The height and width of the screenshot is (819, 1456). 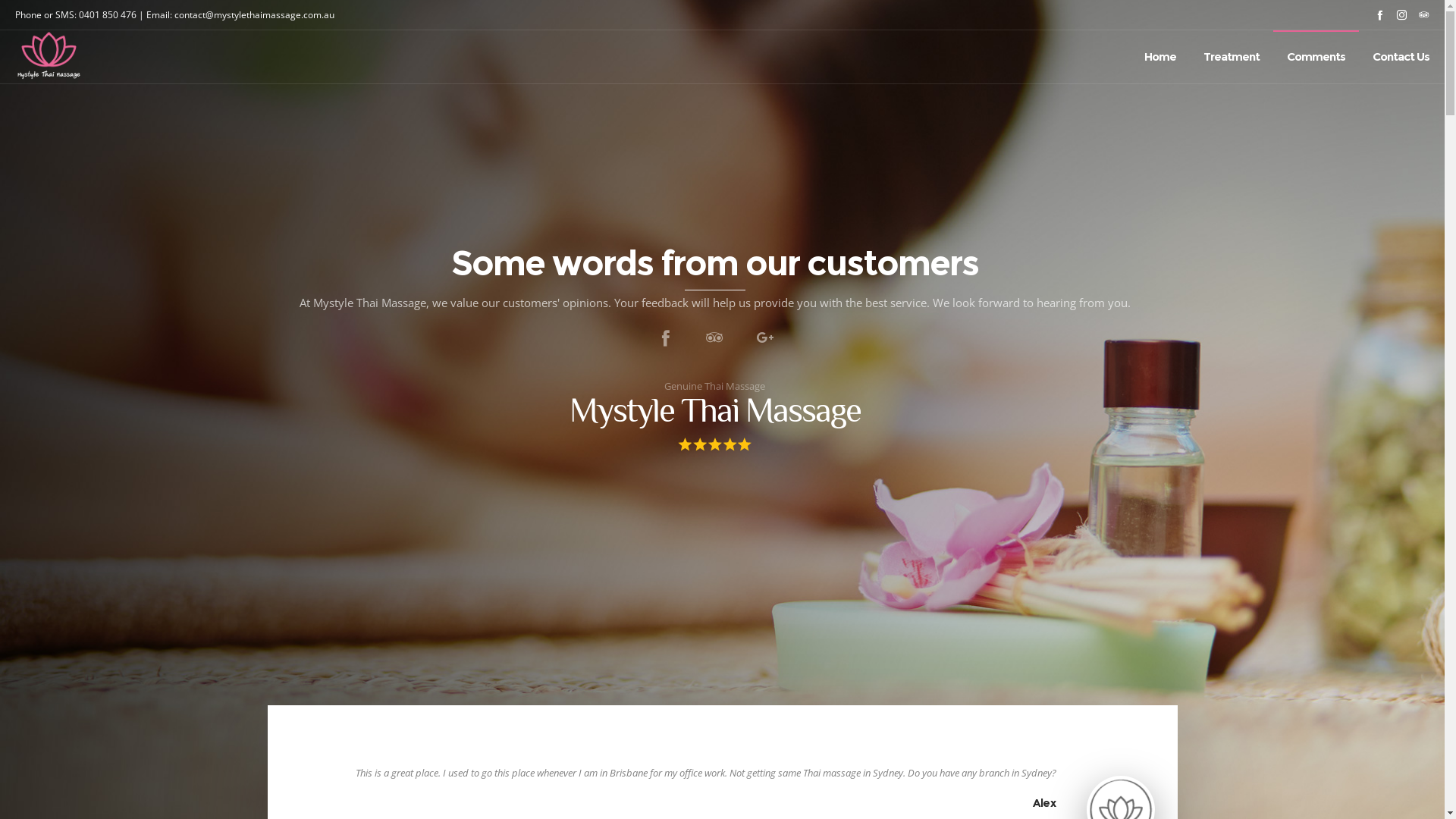 I want to click on 'Tell people what you think on 'Facebook'', so click(x=665, y=337).